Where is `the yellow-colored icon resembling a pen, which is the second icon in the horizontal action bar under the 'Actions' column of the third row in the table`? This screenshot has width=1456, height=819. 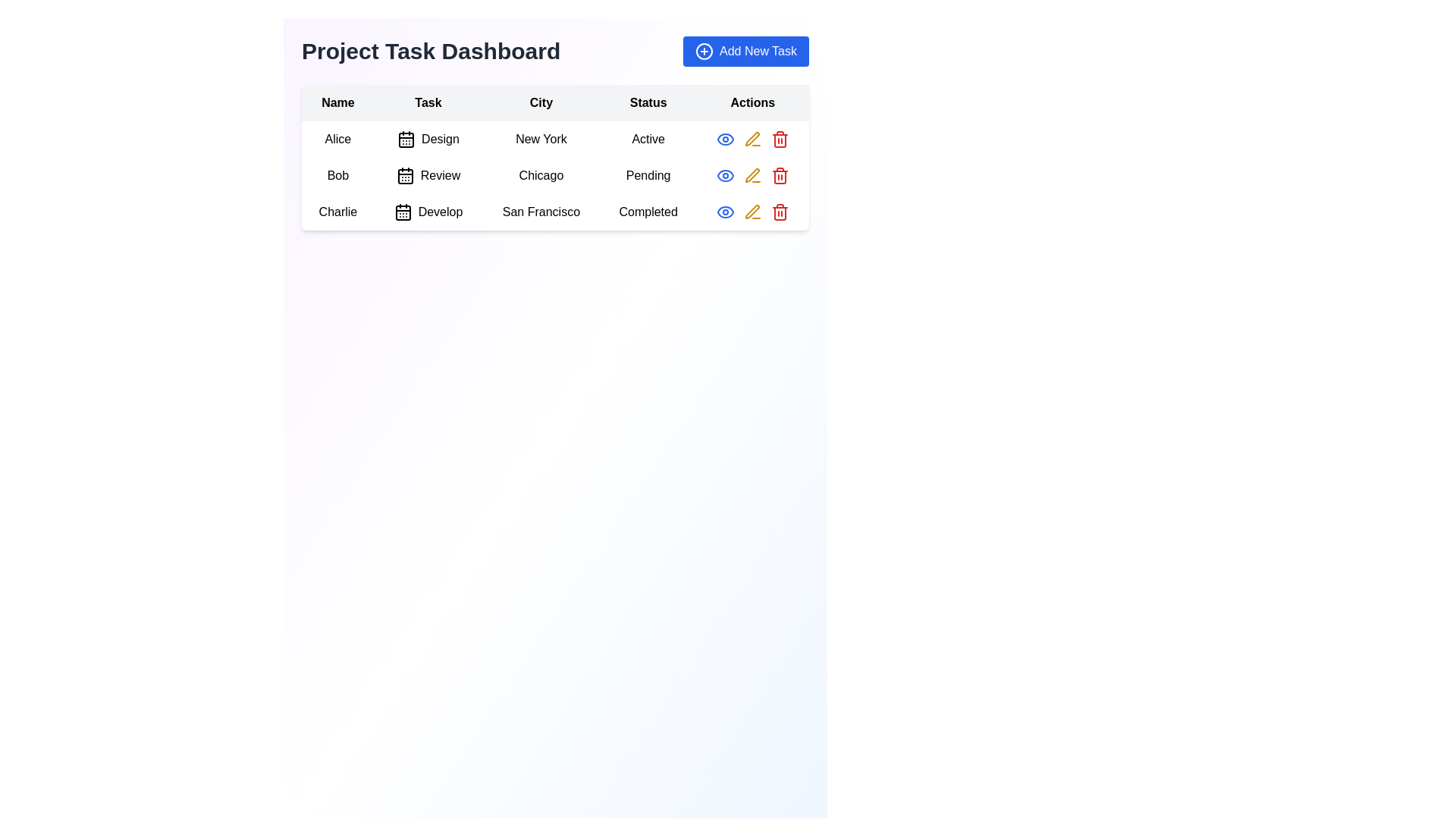 the yellow-colored icon resembling a pen, which is the second icon in the horizontal action bar under the 'Actions' column of the third row in the table is located at coordinates (752, 140).